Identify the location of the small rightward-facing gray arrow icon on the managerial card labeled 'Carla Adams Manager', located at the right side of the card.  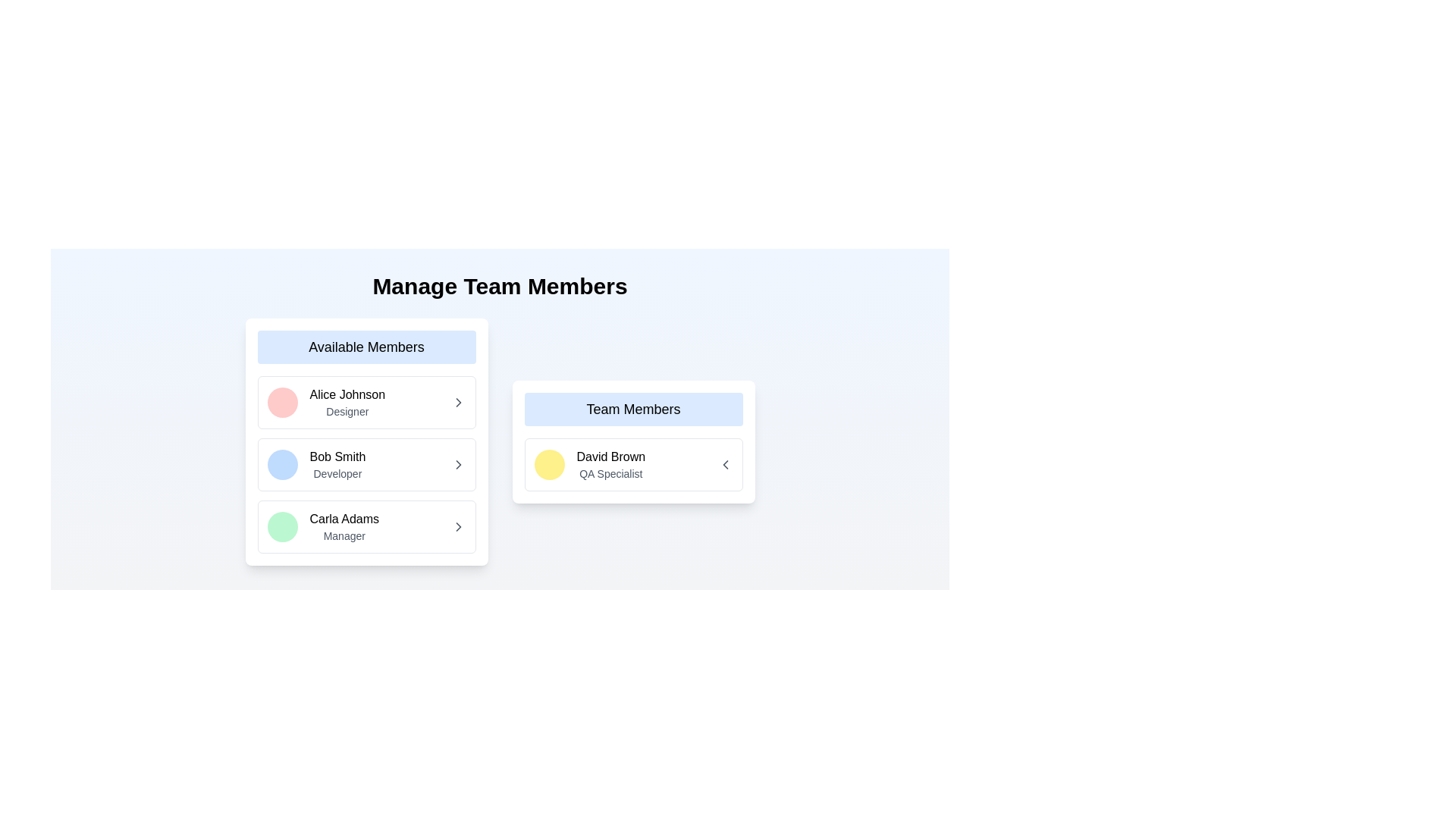
(457, 526).